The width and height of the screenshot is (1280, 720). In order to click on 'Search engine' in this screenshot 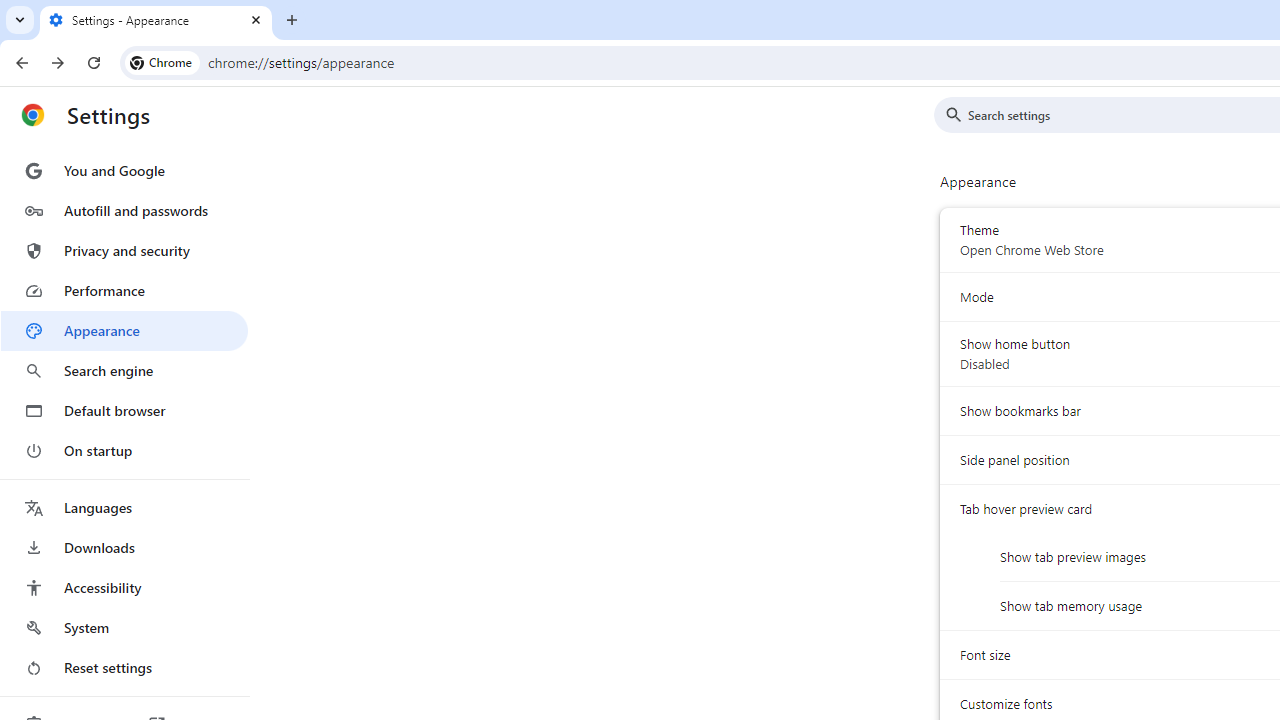, I will do `click(123, 371)`.